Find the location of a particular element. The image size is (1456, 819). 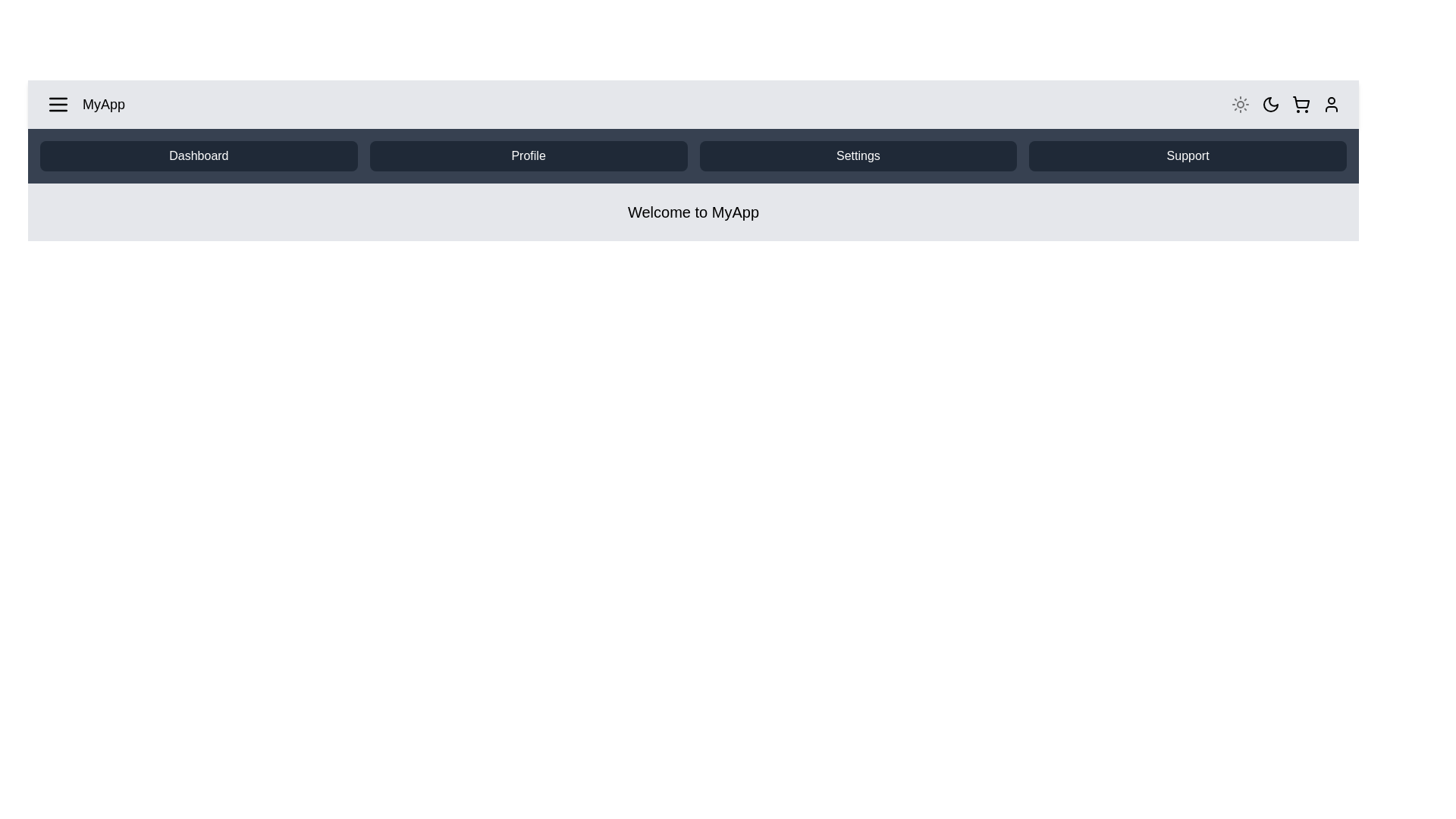

the menu icon to toggle the menu visibility is located at coordinates (58, 104).